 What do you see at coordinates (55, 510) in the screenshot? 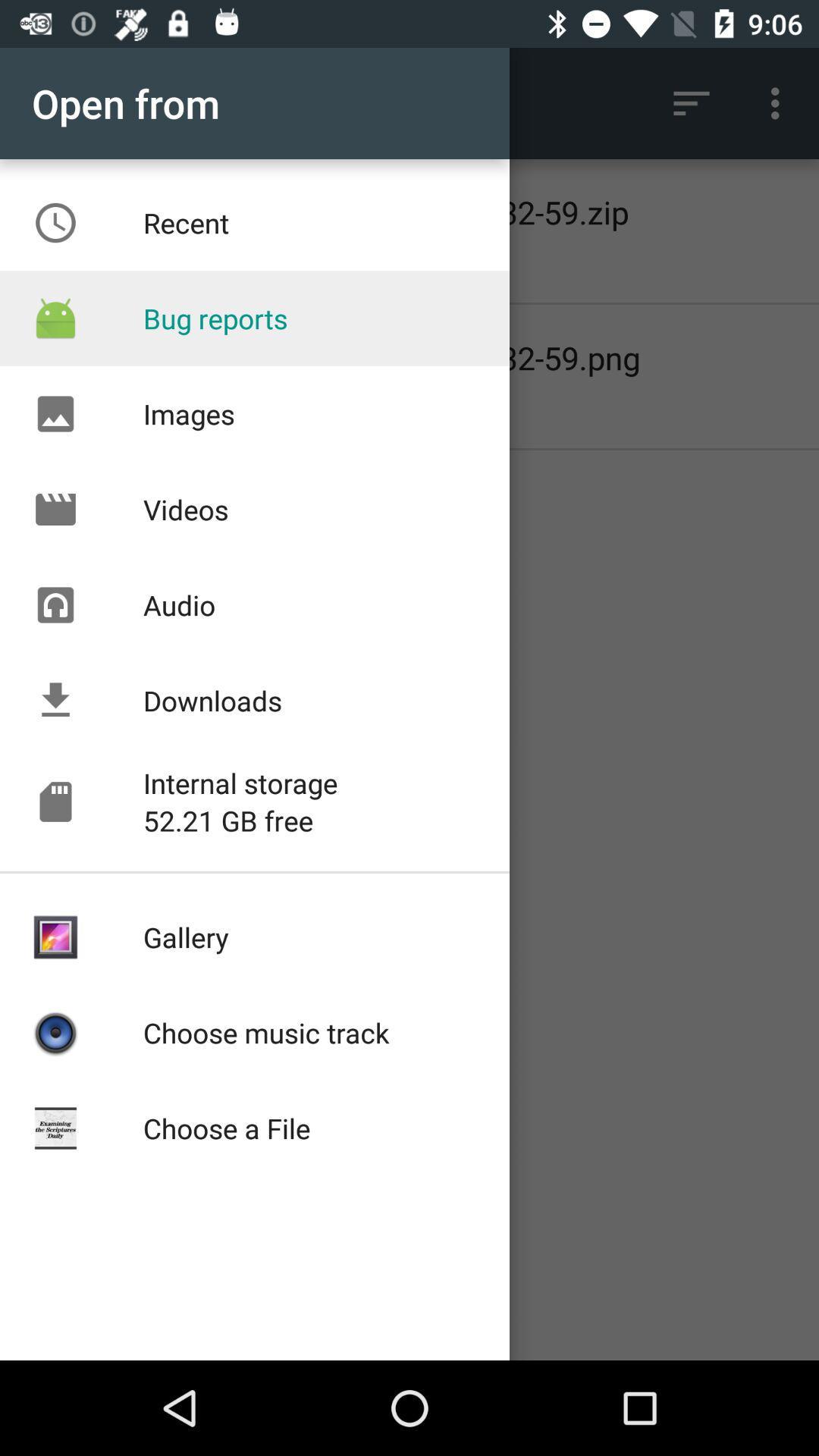
I see `the icon which is left side of videos` at bounding box center [55, 510].